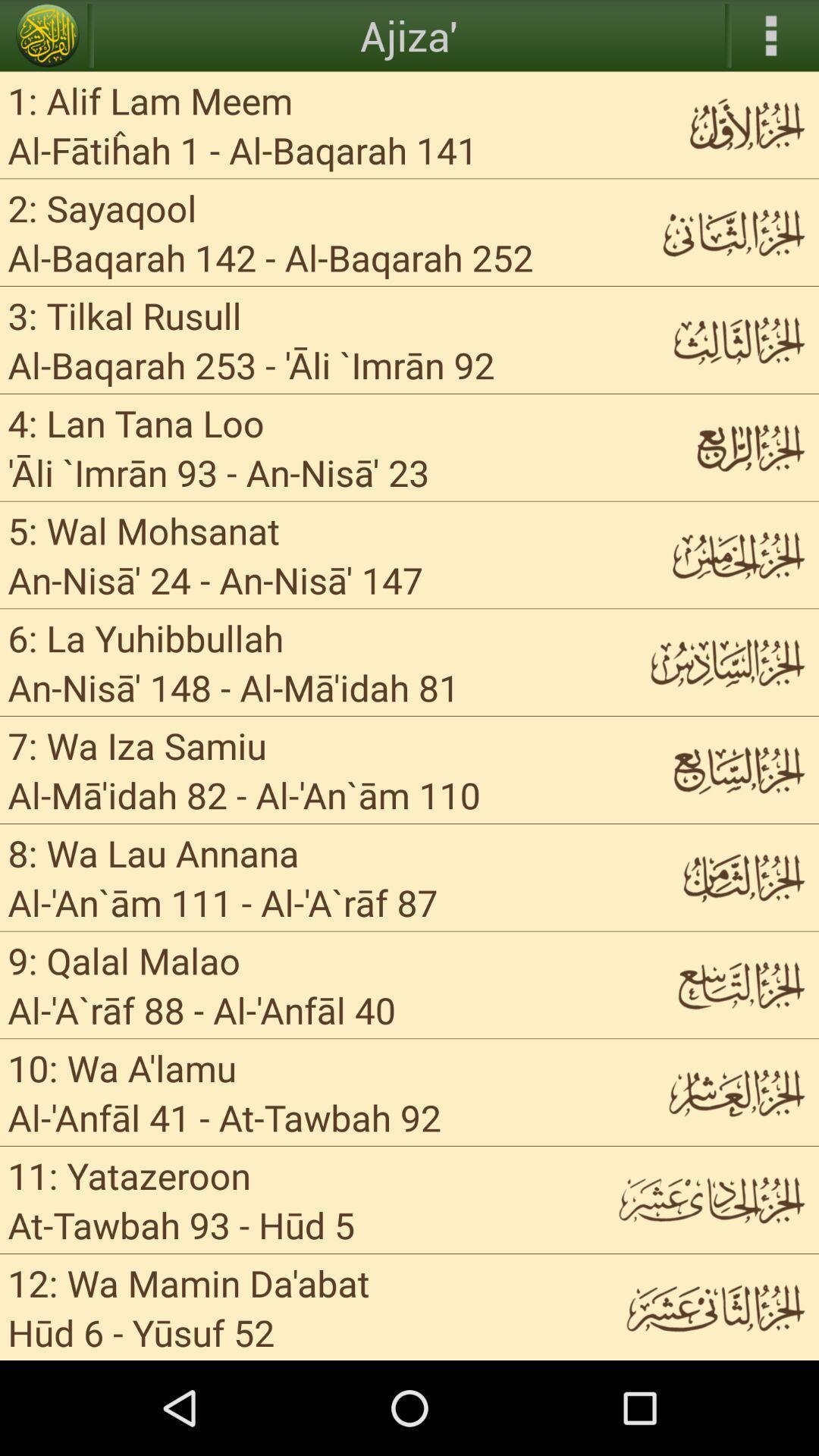 The width and height of the screenshot is (819, 1456). Describe the element at coordinates (771, 38) in the screenshot. I see `the more icon` at that location.